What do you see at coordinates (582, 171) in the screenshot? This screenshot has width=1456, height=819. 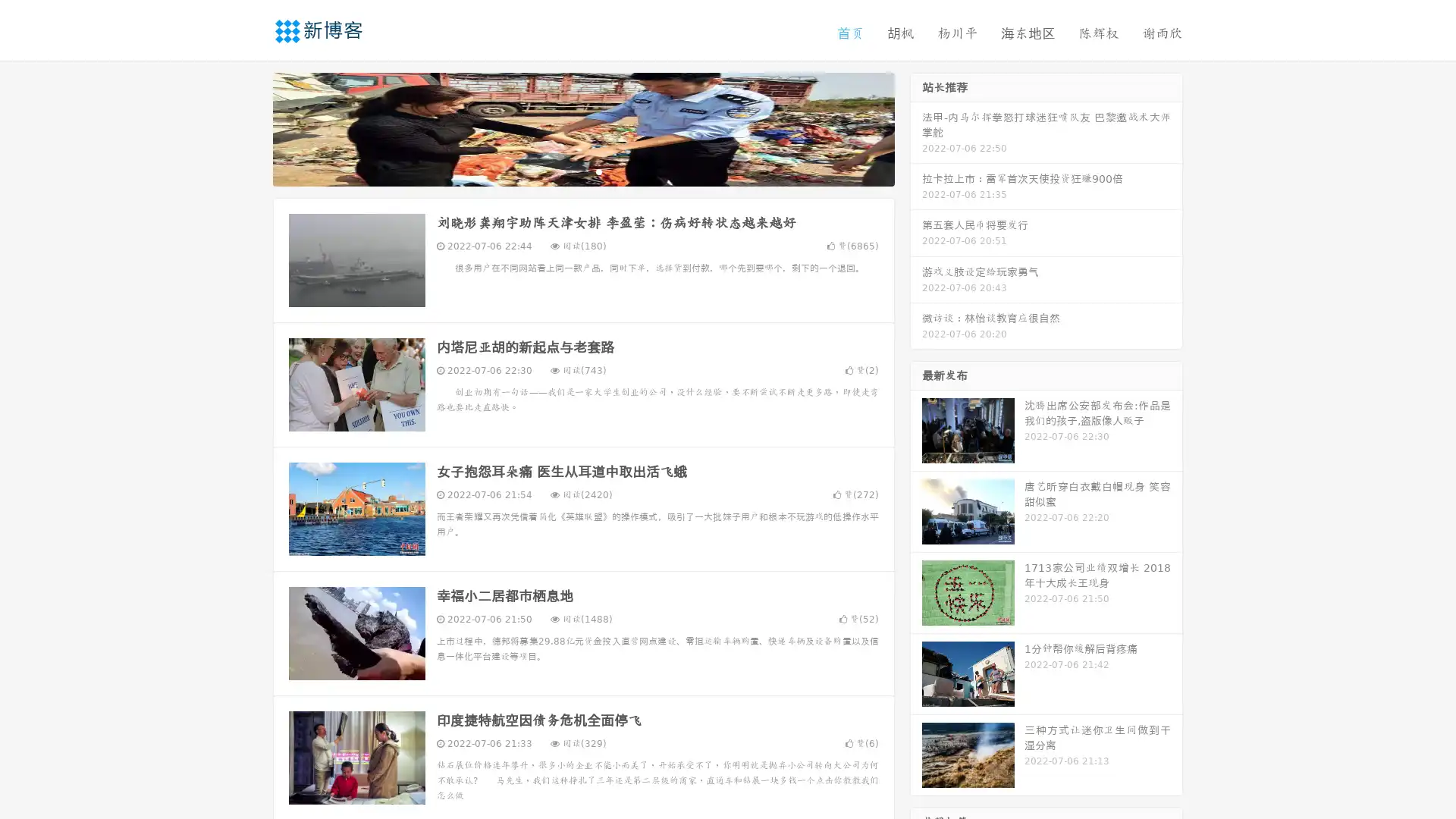 I see `Go to slide 2` at bounding box center [582, 171].